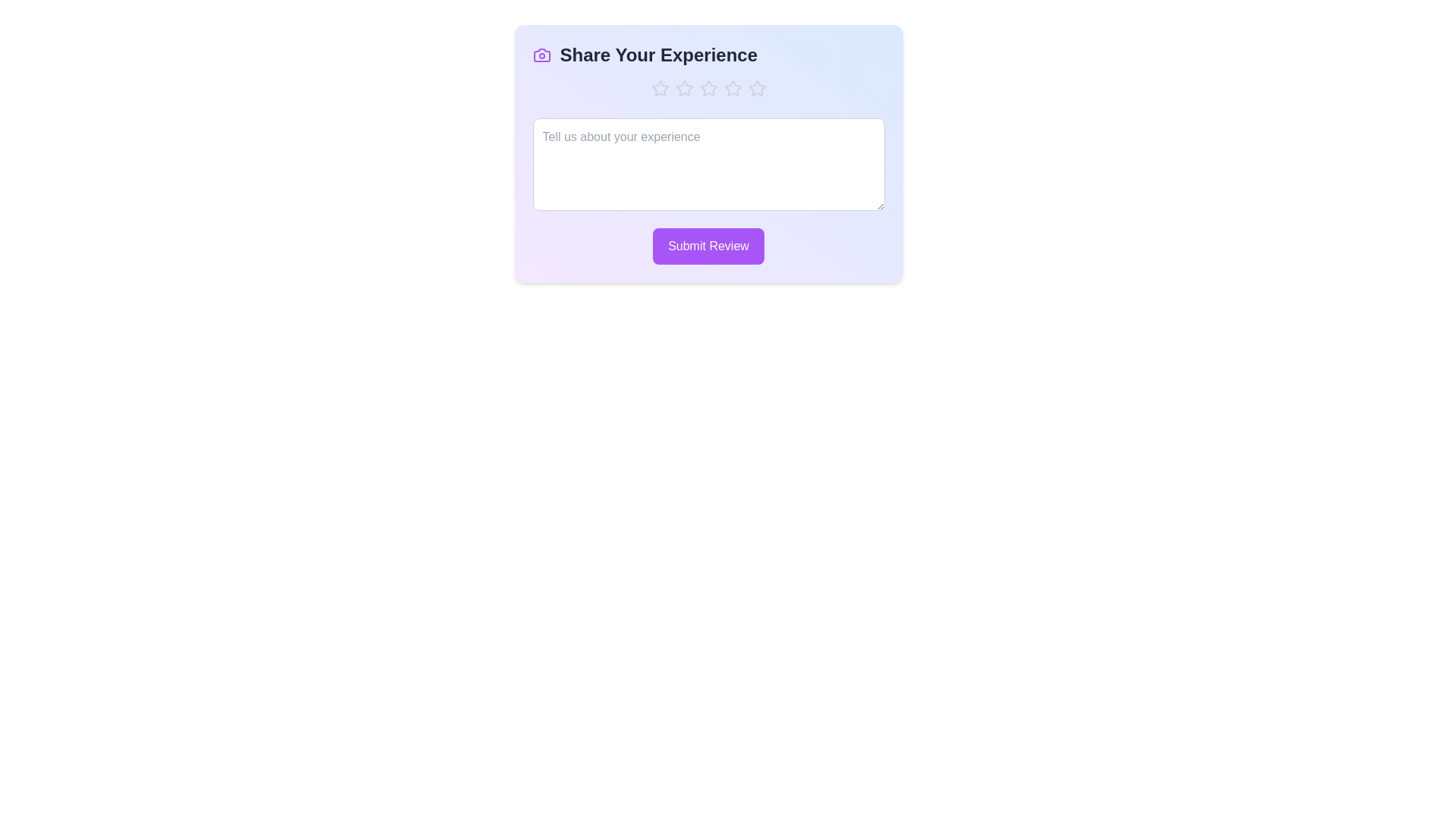 This screenshot has height=819, width=1456. I want to click on the 'Submit Review' button to submit the review, so click(708, 245).